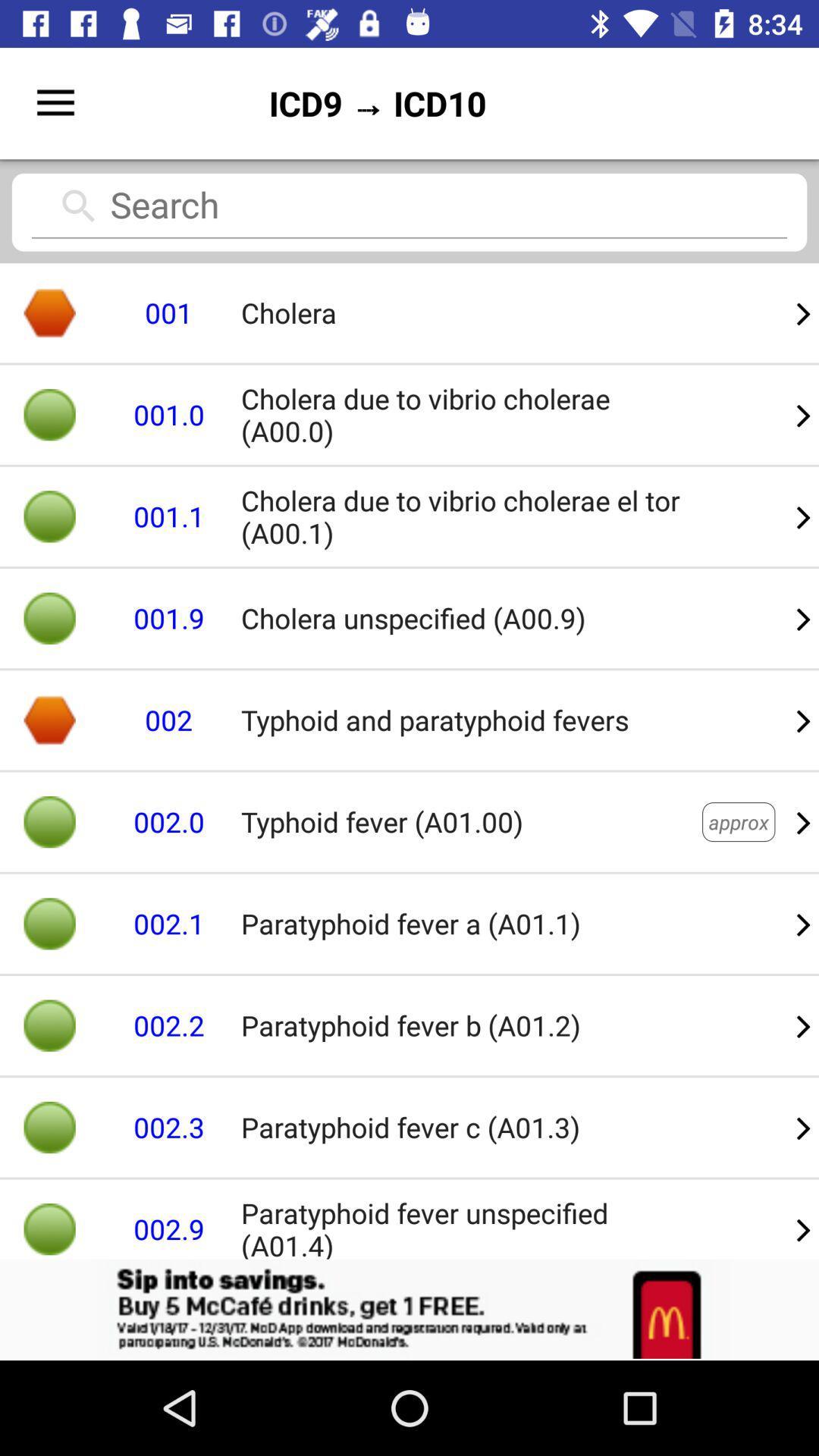 This screenshot has width=819, height=1456. Describe the element at coordinates (409, 1309) in the screenshot. I see `adsense button` at that location.